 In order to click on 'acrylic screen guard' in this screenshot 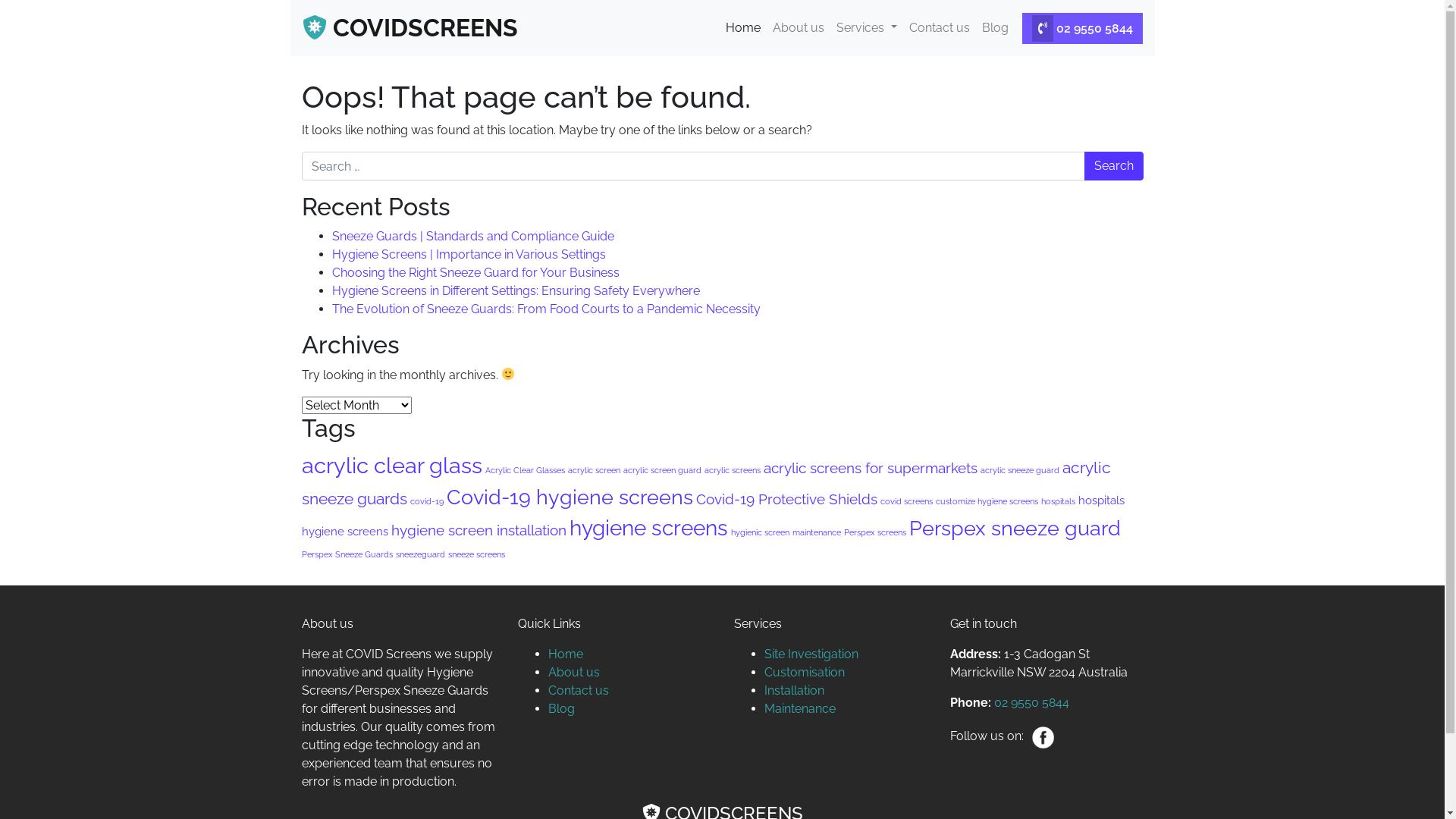, I will do `click(662, 469)`.